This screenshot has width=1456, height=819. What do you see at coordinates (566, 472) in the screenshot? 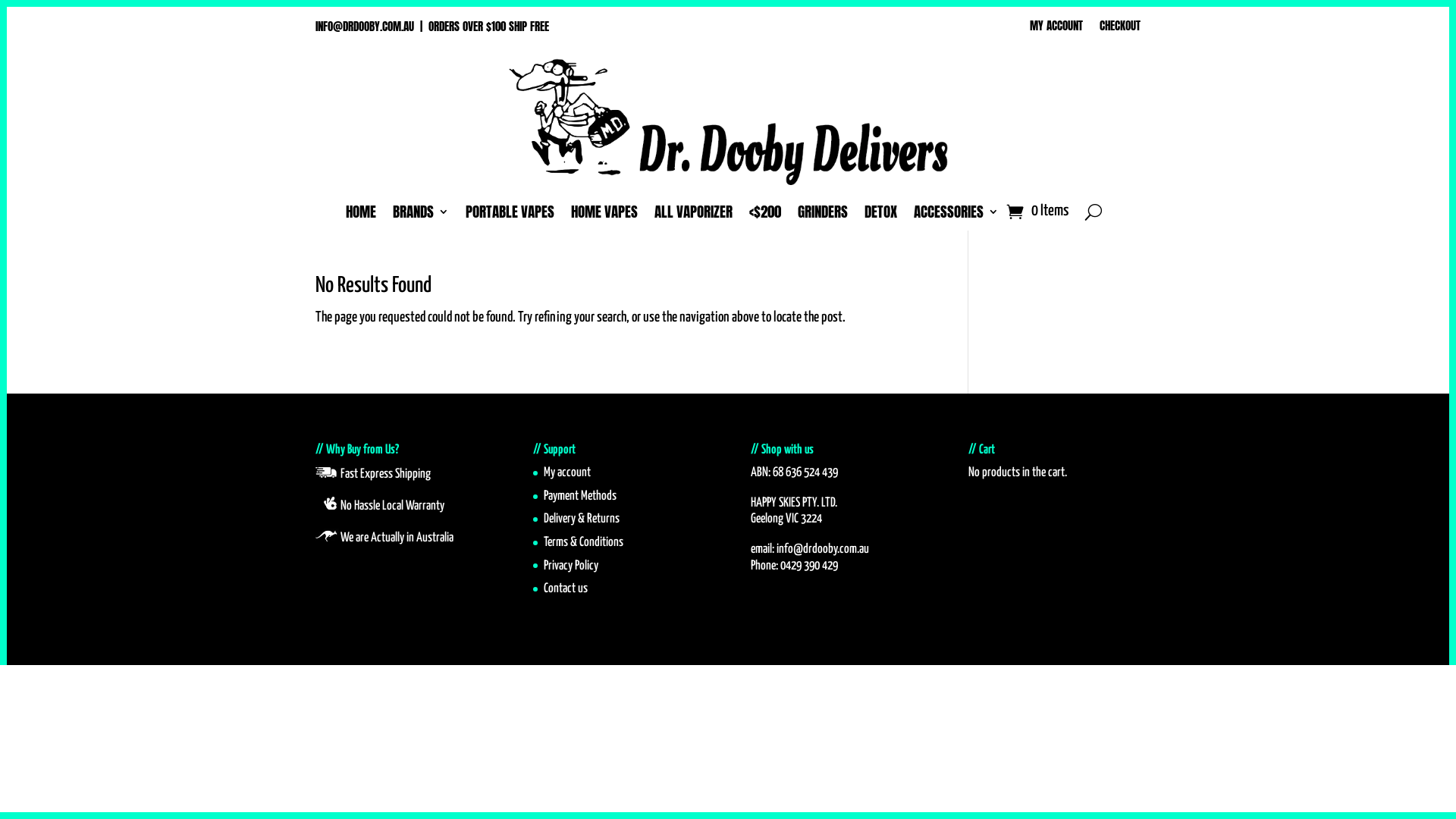
I see `'My account'` at bounding box center [566, 472].